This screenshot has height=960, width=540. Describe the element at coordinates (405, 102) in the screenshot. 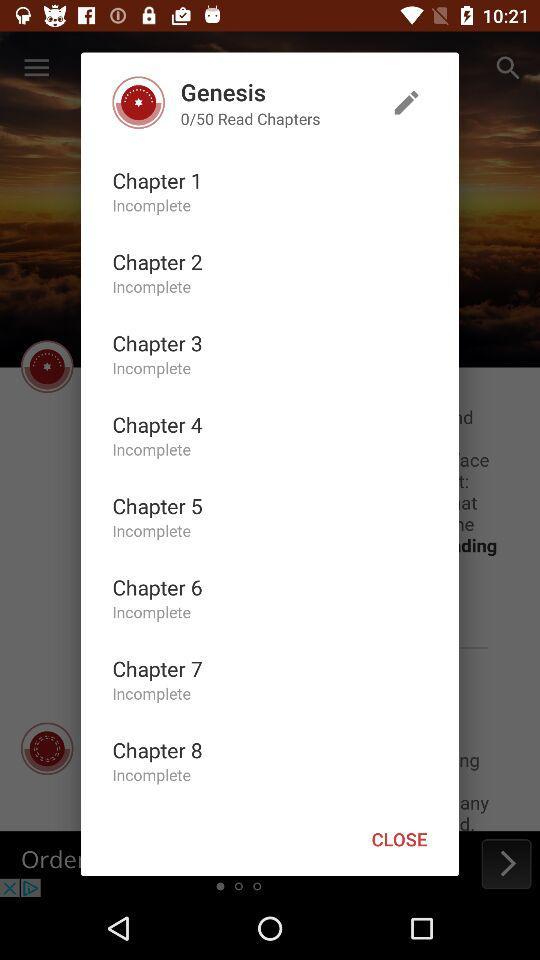

I see `the icon at the top right corner` at that location.